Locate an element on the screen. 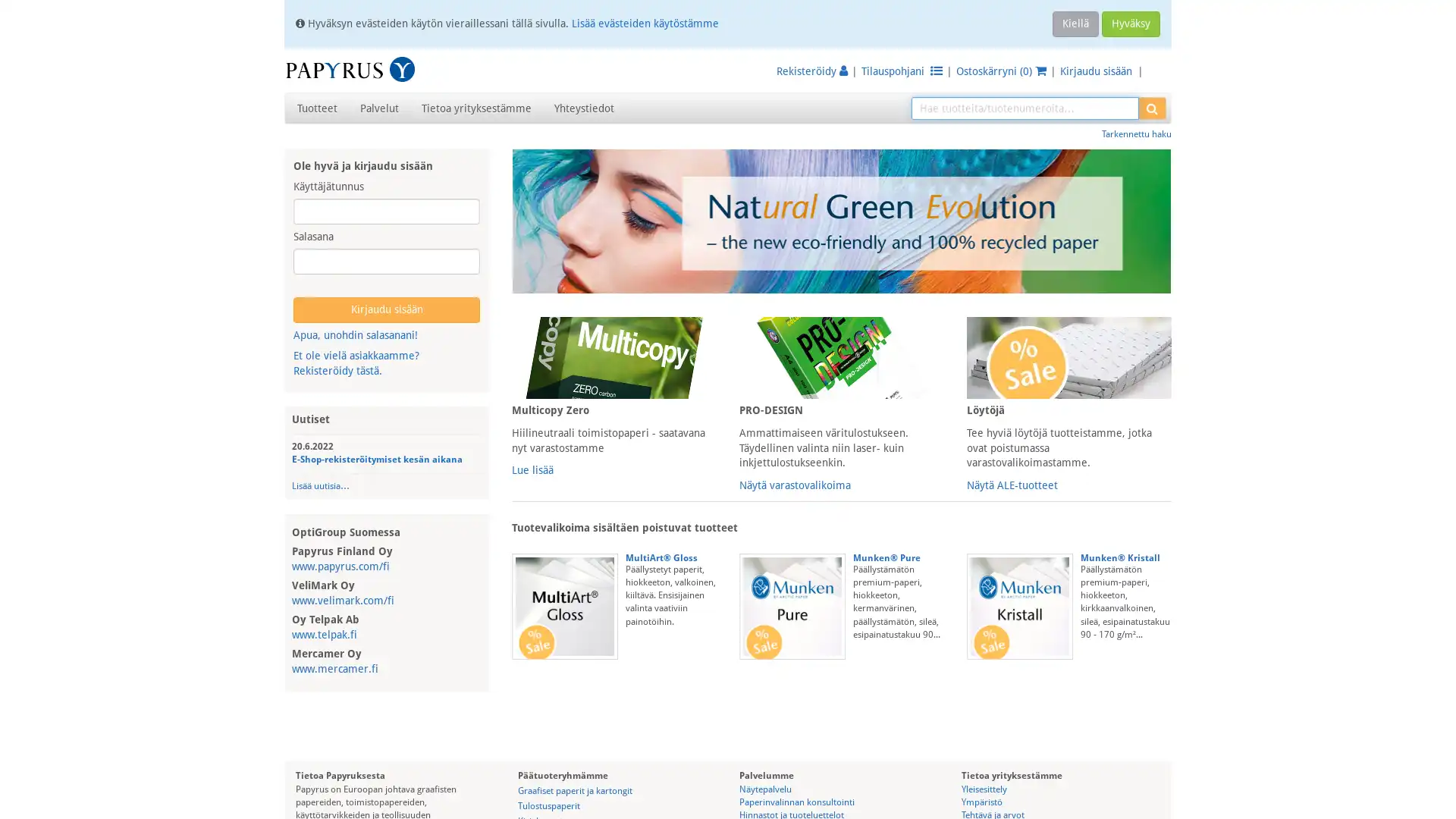 This screenshot has width=1456, height=819. Kiella is located at coordinates (1075, 24).